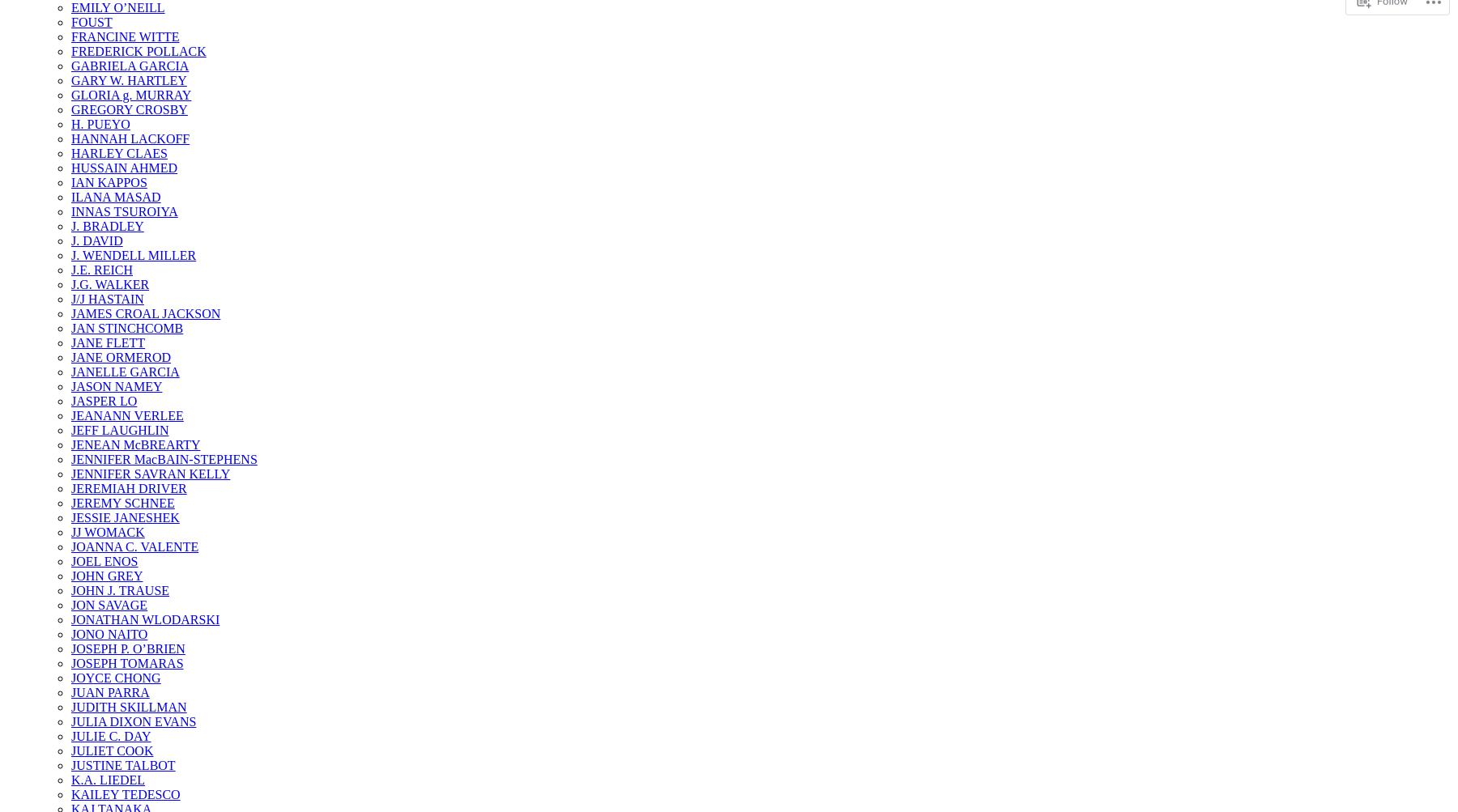  Describe the element at coordinates (70, 707) in the screenshot. I see `'JUDITH SKILLMAN'` at that location.